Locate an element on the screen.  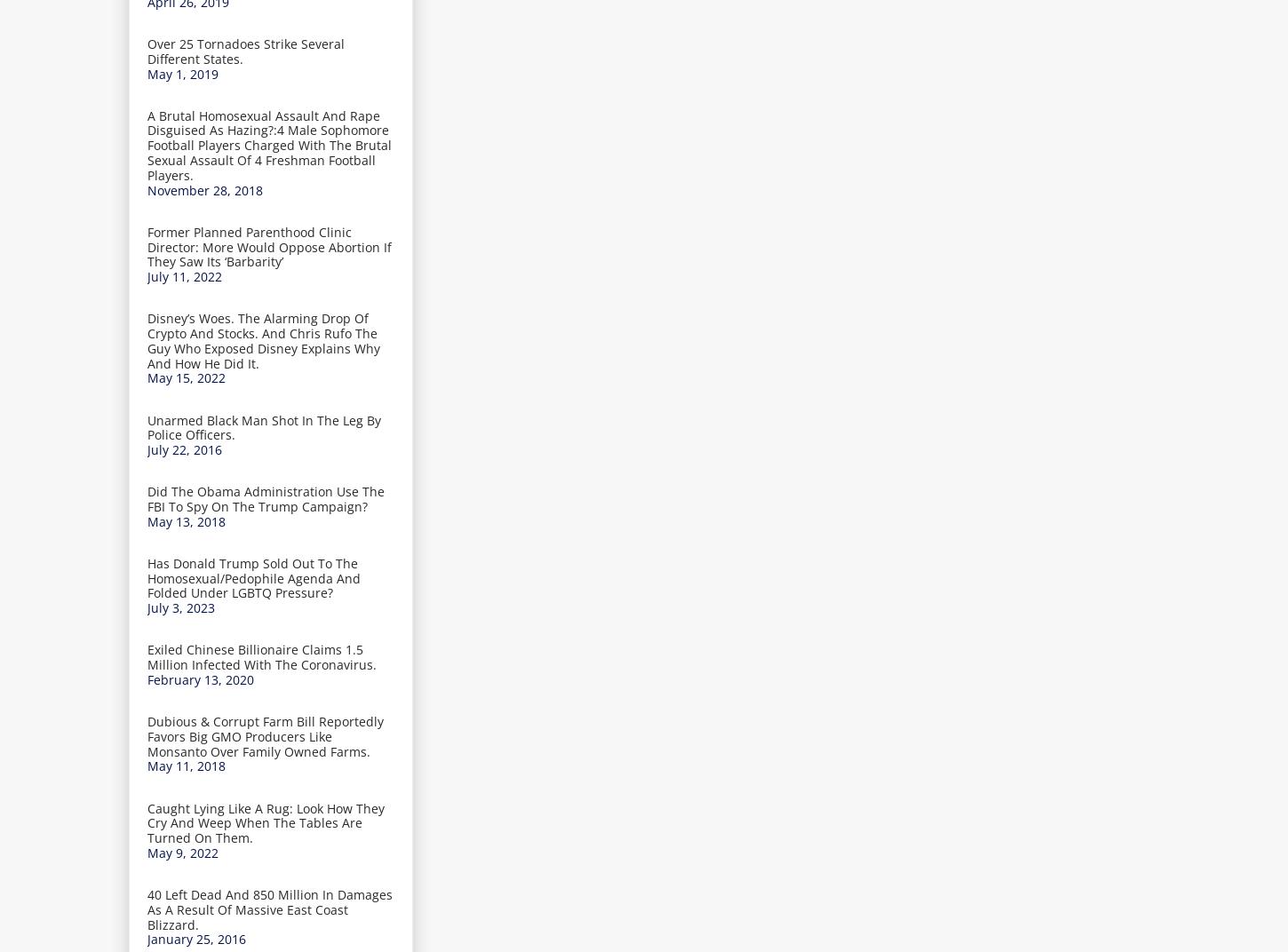
'November 28, 2018' is located at coordinates (203, 189).